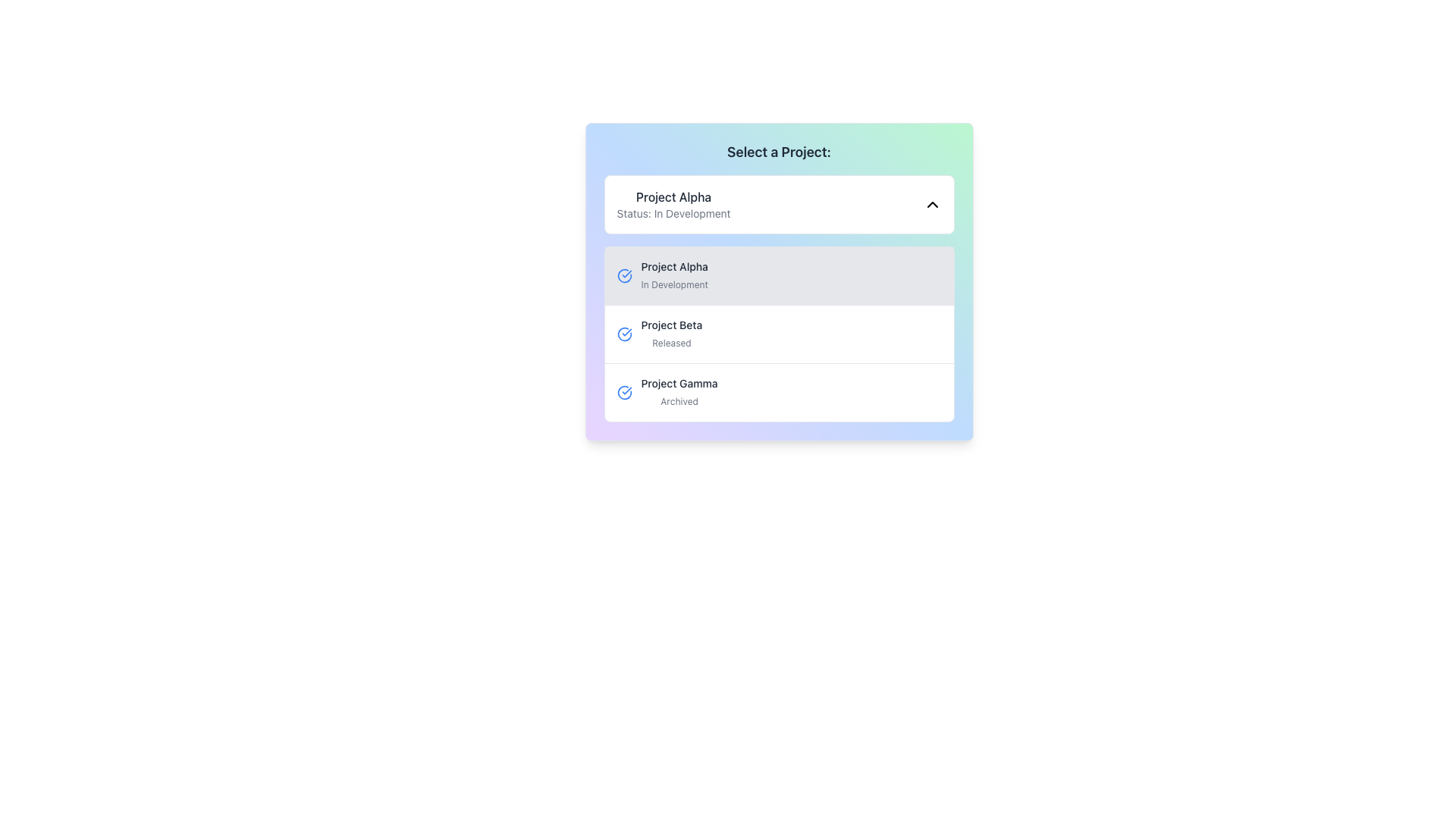 This screenshot has width=1456, height=819. I want to click on the text display element showing 'Project Beta' in bold and 'Released' in gray, located in the second row of the dropdown menu titled 'Select a Project:', so click(670, 333).